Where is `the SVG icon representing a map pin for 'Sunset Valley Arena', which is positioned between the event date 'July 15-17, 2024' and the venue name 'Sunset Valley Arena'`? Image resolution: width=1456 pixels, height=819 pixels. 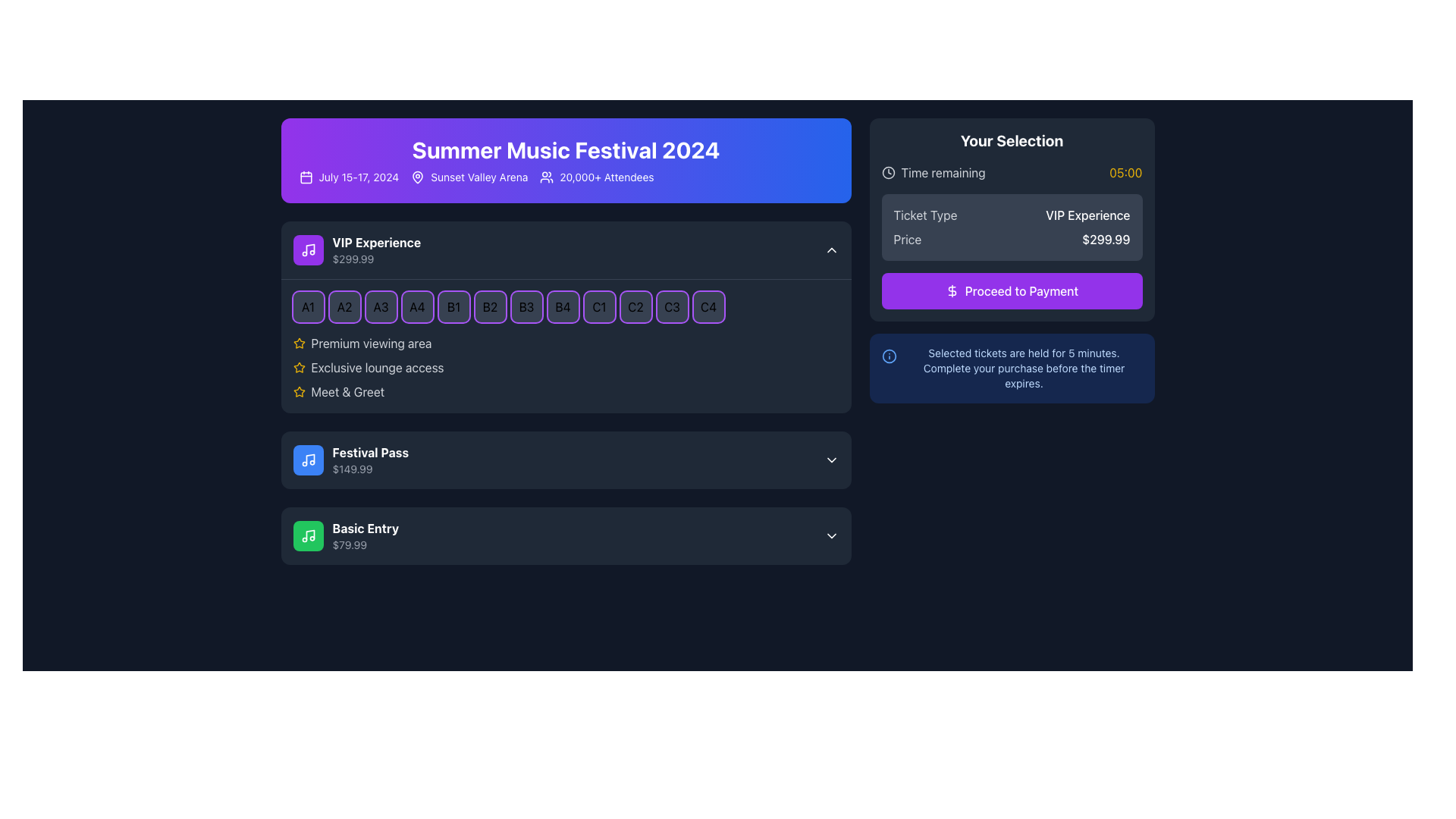 the SVG icon representing a map pin for 'Sunset Valley Arena', which is positioned between the event date 'July 15-17, 2024' and the venue name 'Sunset Valley Arena' is located at coordinates (418, 177).